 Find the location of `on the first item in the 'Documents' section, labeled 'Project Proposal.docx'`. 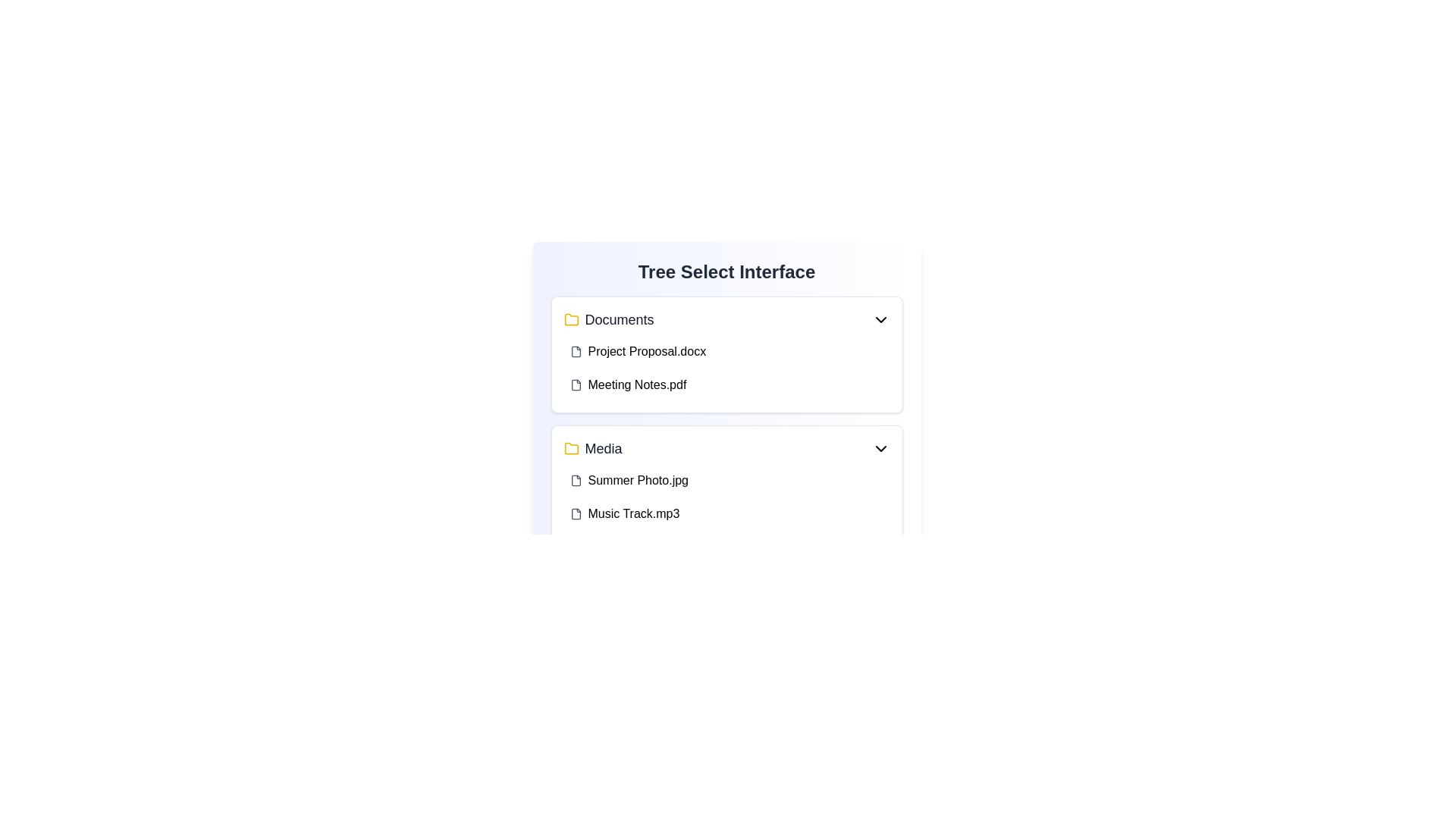

on the first item in the 'Documents' section, labeled 'Project Proposal.docx' is located at coordinates (726, 351).